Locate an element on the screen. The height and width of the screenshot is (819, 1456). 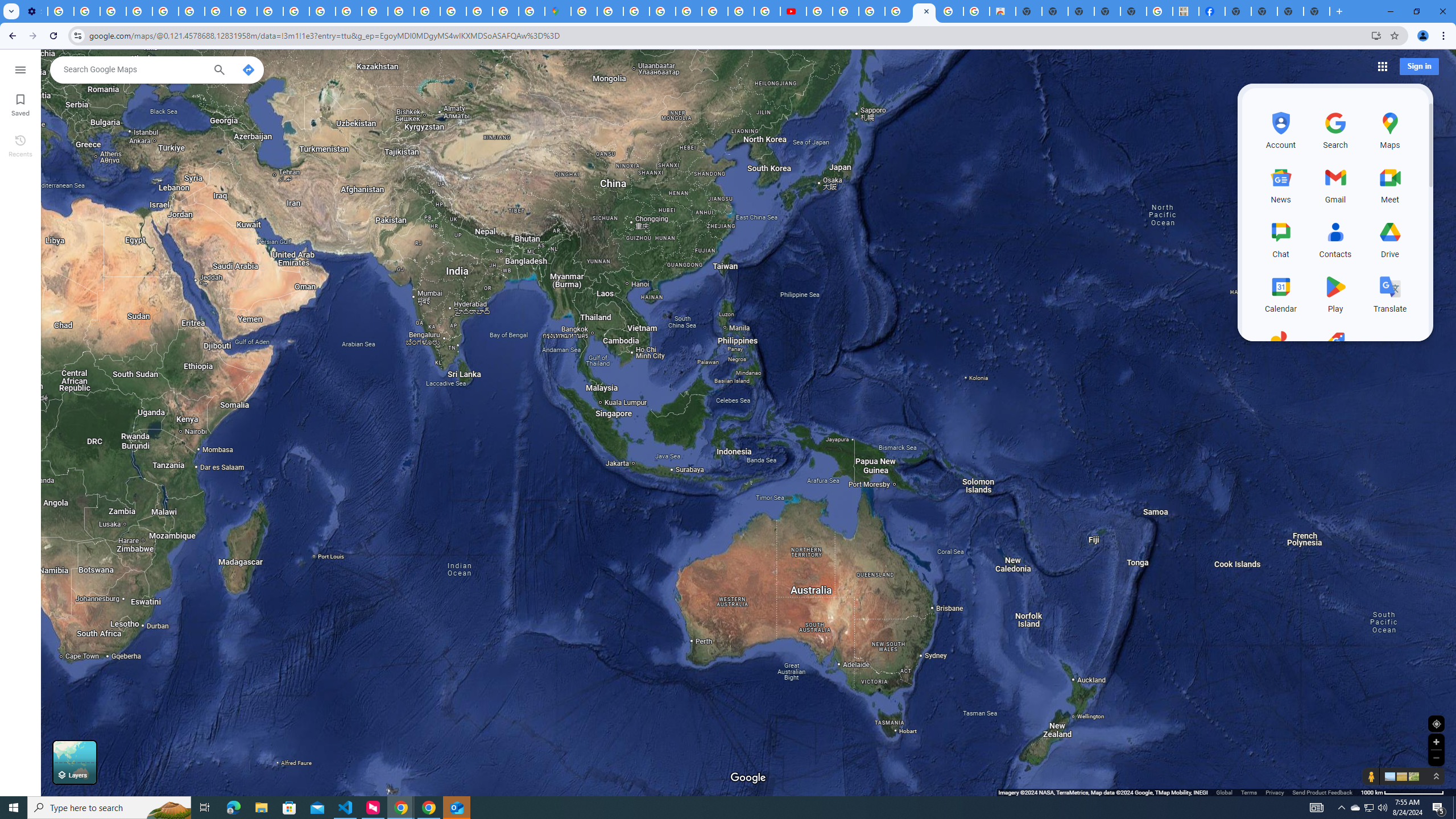
'Send Product Feedback' is located at coordinates (1322, 792).